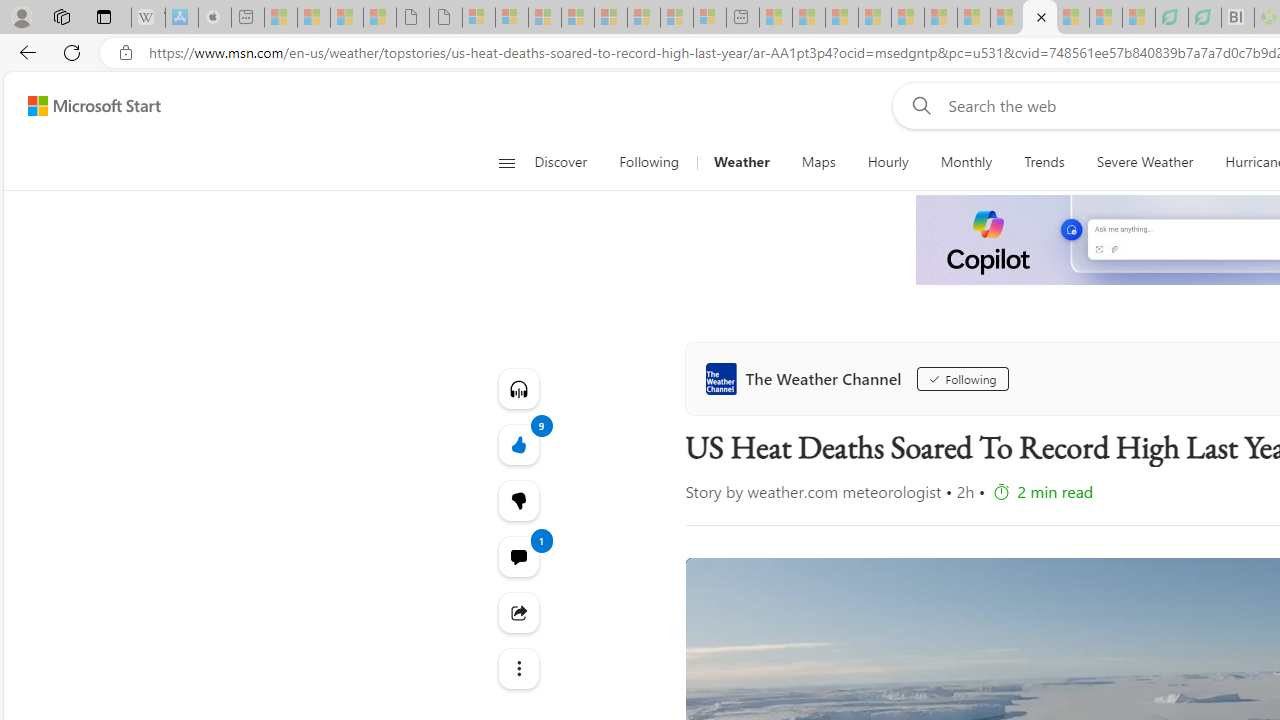 The image size is (1280, 720). What do you see at coordinates (966, 162) in the screenshot?
I see `'Monthly'` at bounding box center [966, 162].